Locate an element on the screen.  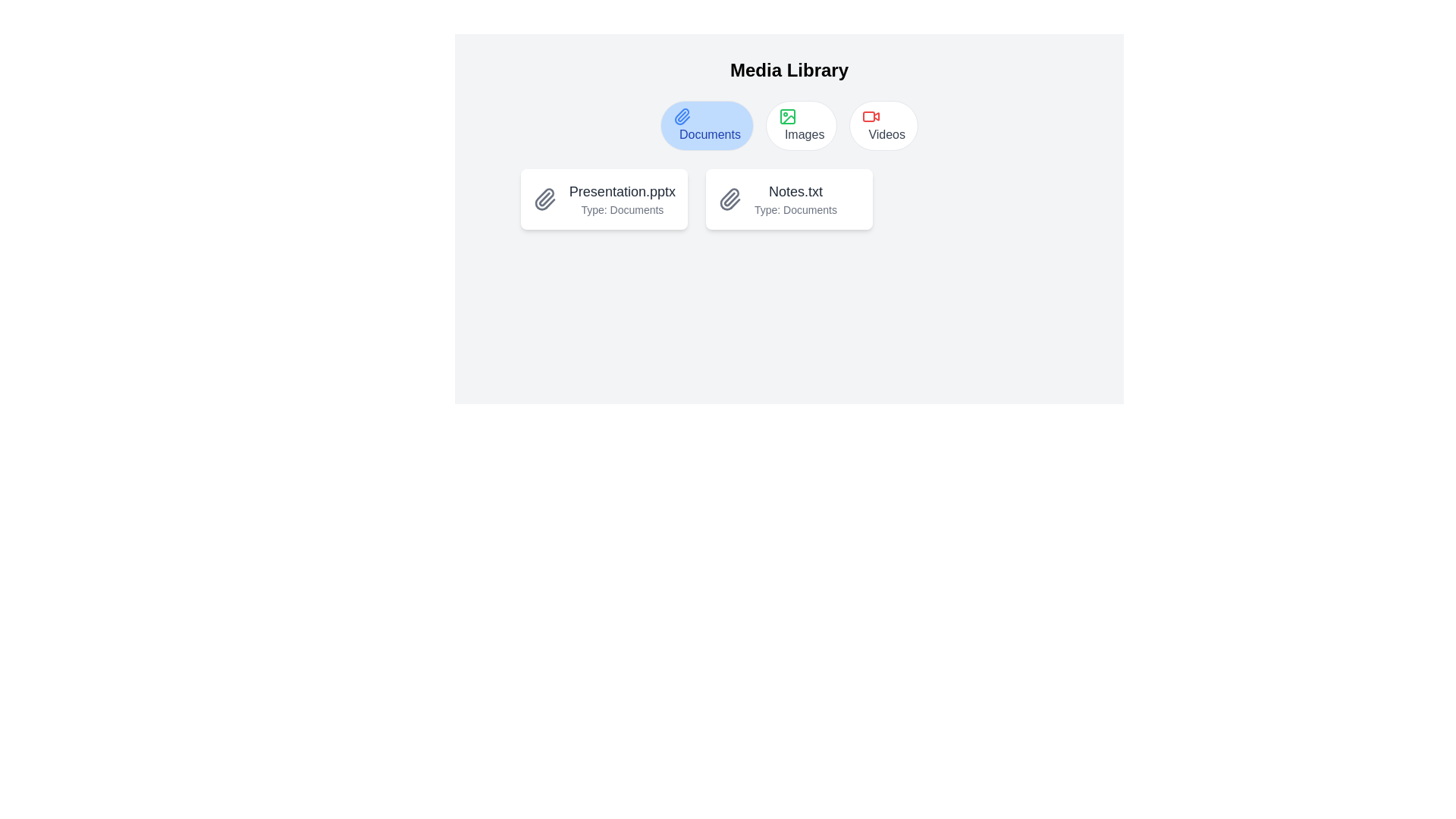
the graphical component of the 'Videos' button in the Media Library interface, which is located at the rightmost side of the group of buttons labeled 'Documents', 'Images', and 'Videos' is located at coordinates (869, 116).